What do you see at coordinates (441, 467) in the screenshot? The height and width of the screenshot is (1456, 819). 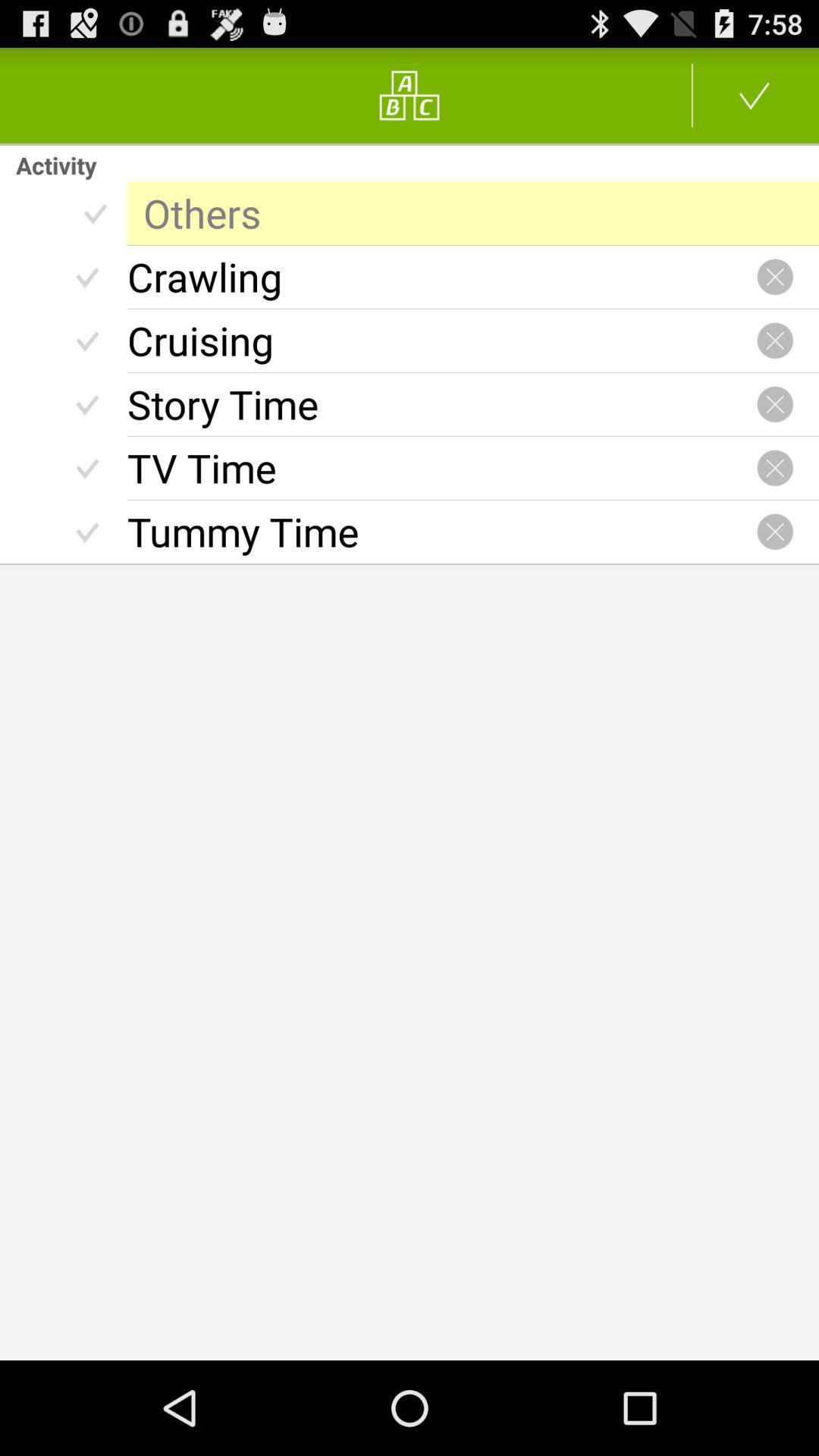 I see `tv time icon` at bounding box center [441, 467].